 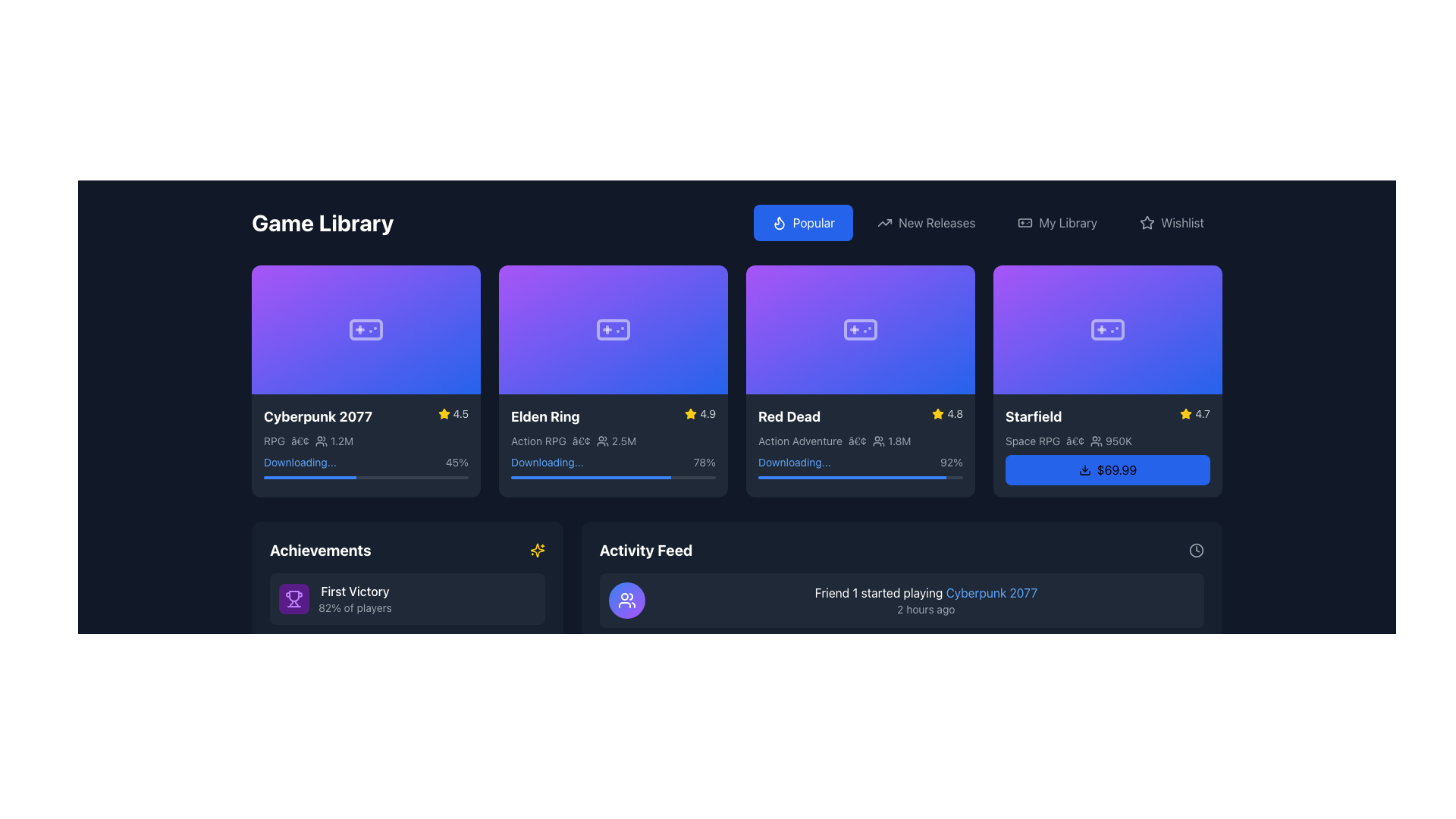 I want to click on the current progress of the download represented by the filled portion of the progress bar for the 'Red Dead' game, located below the 'Downloading...' text and above the '92%' percentage in the Game Library section, so click(x=852, y=476).